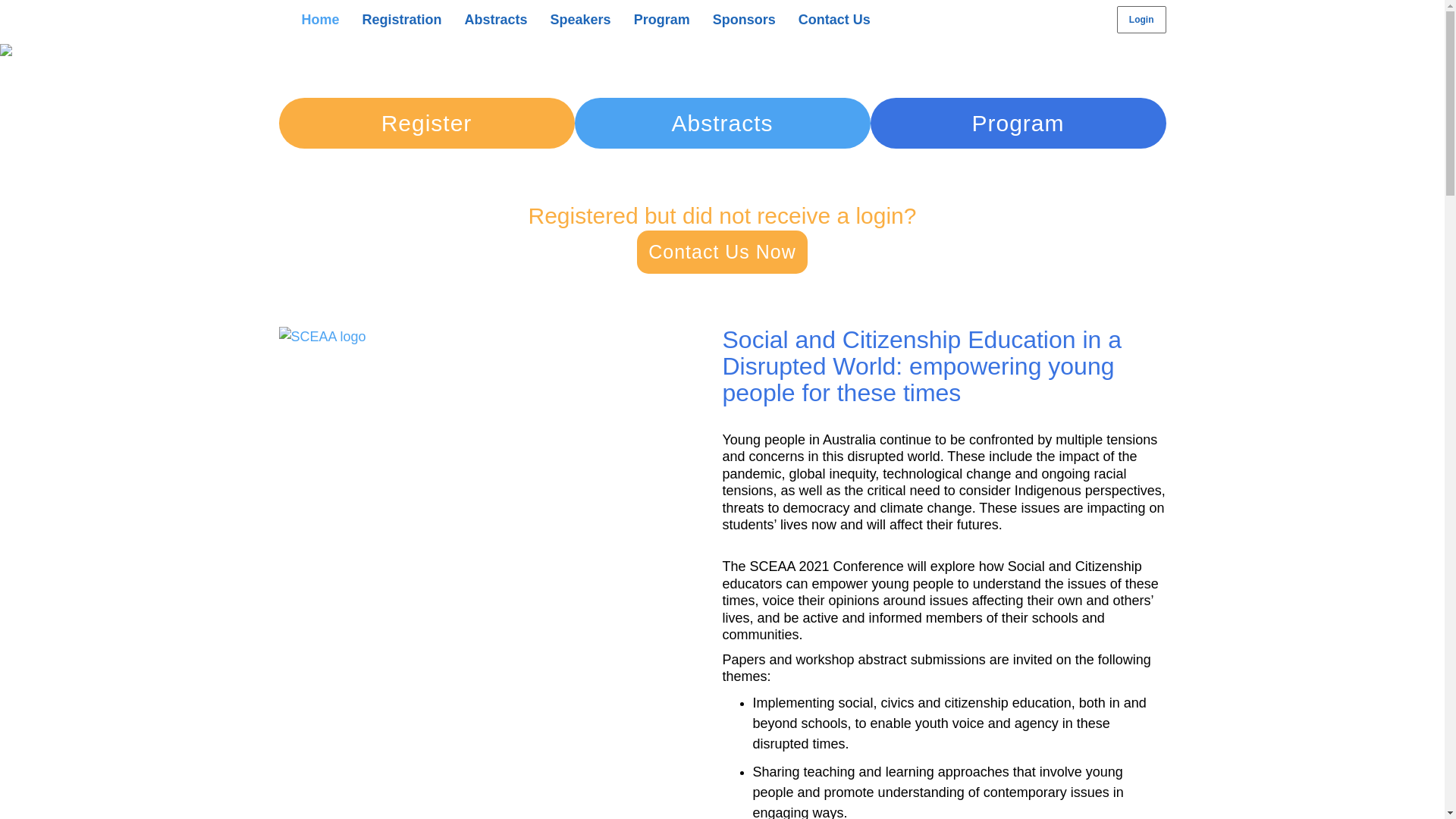 This screenshot has height=819, width=1456. Describe the element at coordinates (580, 20) in the screenshot. I see `'Speakers'` at that location.